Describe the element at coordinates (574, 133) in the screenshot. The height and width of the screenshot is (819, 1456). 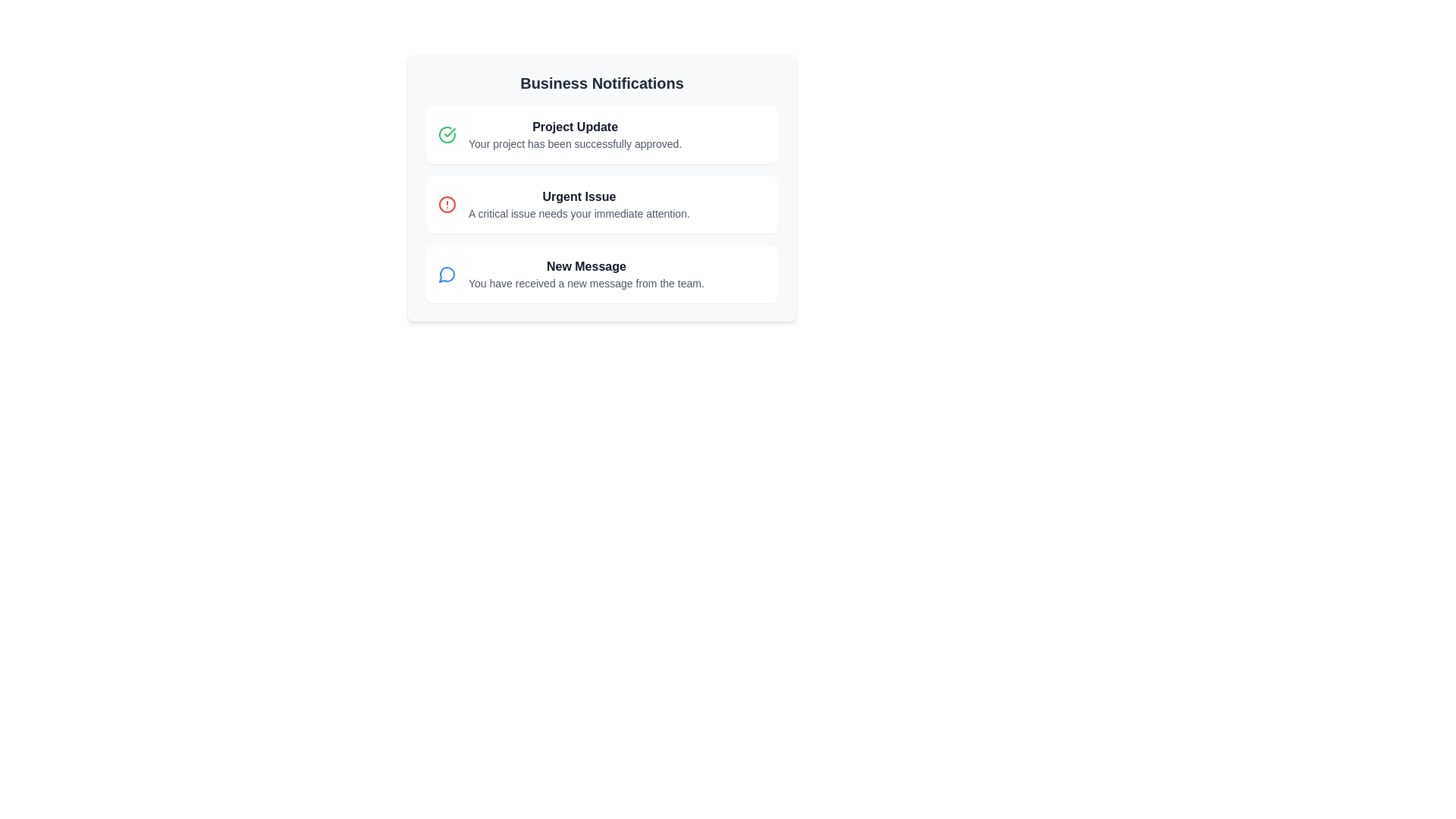
I see `the interactive text component in the first notification card that informs the user about a project update` at that location.